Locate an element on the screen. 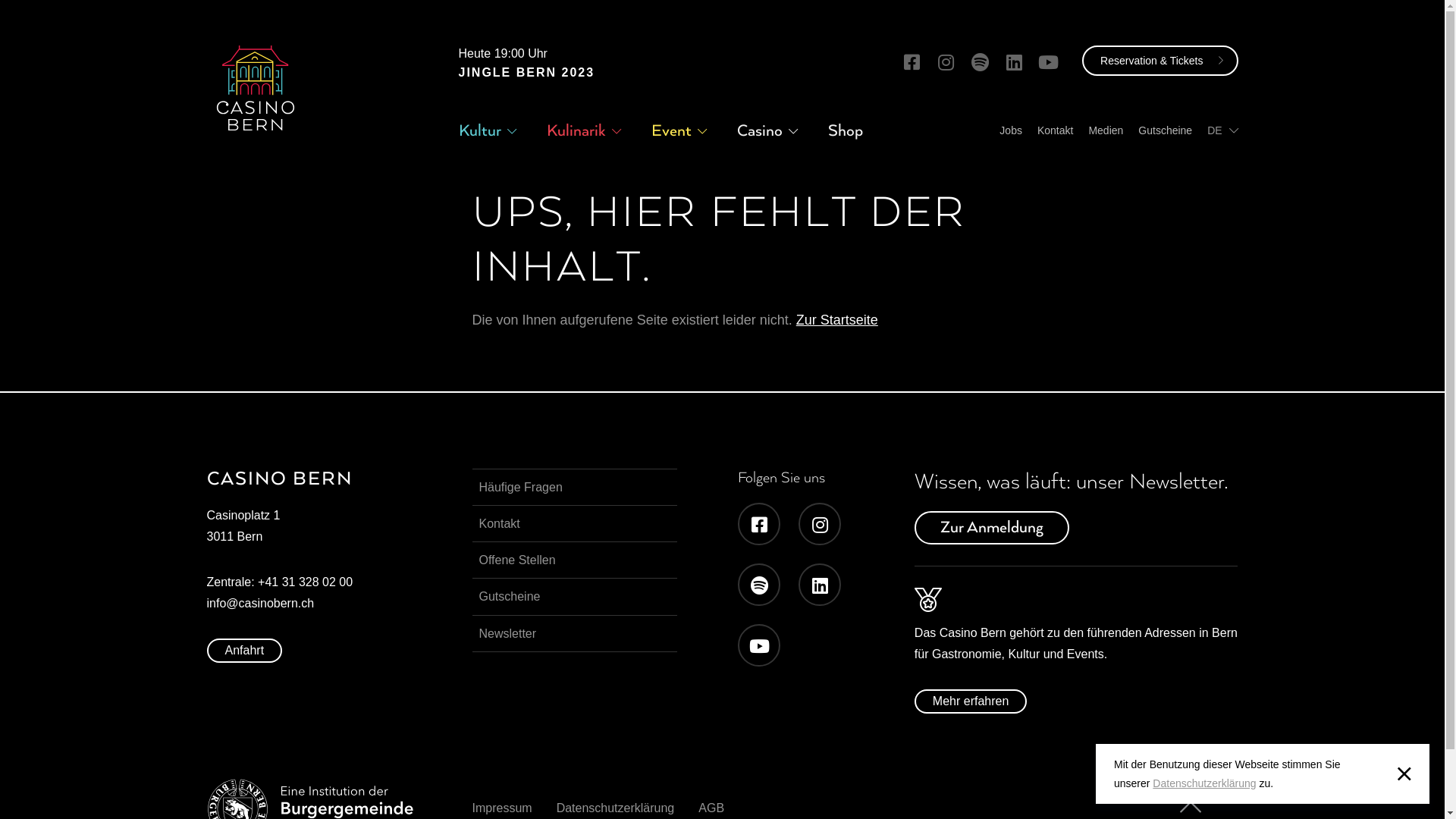 This screenshot has height=819, width=1456. 'Kontakt' is located at coordinates (1054, 130).